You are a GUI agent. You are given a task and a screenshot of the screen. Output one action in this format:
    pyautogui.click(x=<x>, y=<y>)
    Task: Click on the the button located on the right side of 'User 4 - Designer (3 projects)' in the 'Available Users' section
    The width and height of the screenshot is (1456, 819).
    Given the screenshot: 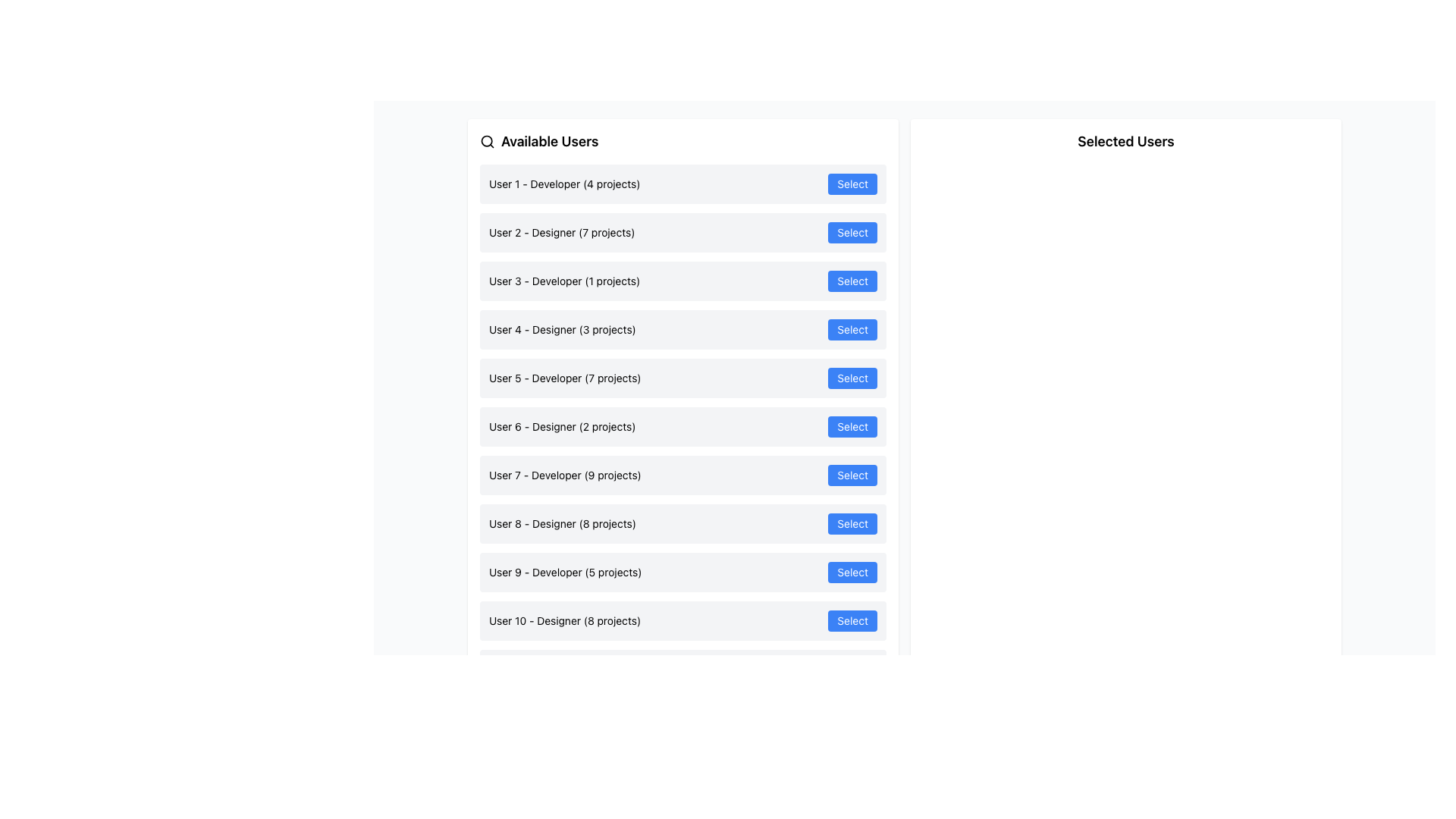 What is the action you would take?
    pyautogui.click(x=852, y=329)
    